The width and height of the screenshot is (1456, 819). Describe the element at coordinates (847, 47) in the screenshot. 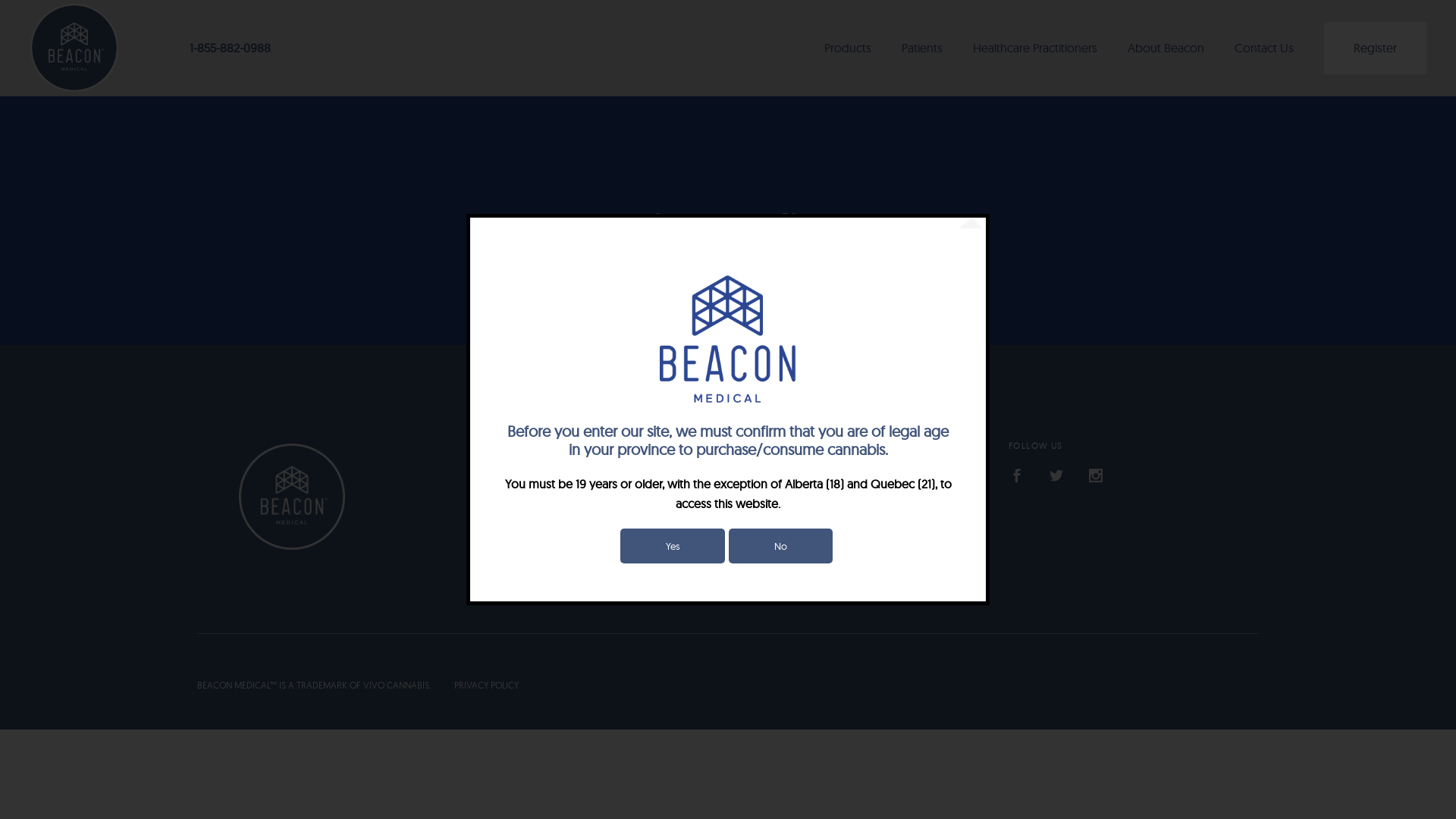

I see `'Products'` at that location.